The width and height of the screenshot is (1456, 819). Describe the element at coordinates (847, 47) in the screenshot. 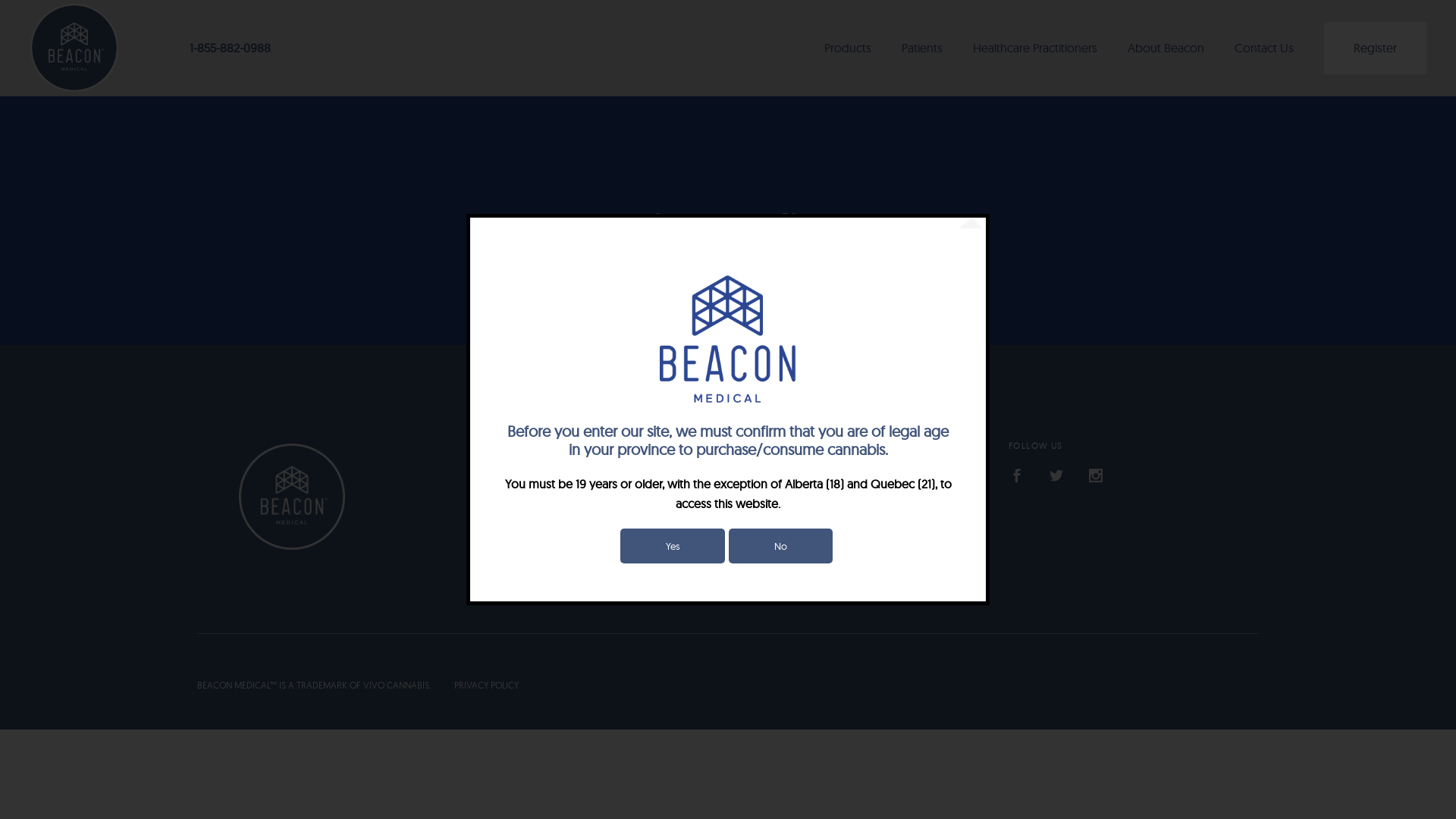

I see `'Products'` at that location.